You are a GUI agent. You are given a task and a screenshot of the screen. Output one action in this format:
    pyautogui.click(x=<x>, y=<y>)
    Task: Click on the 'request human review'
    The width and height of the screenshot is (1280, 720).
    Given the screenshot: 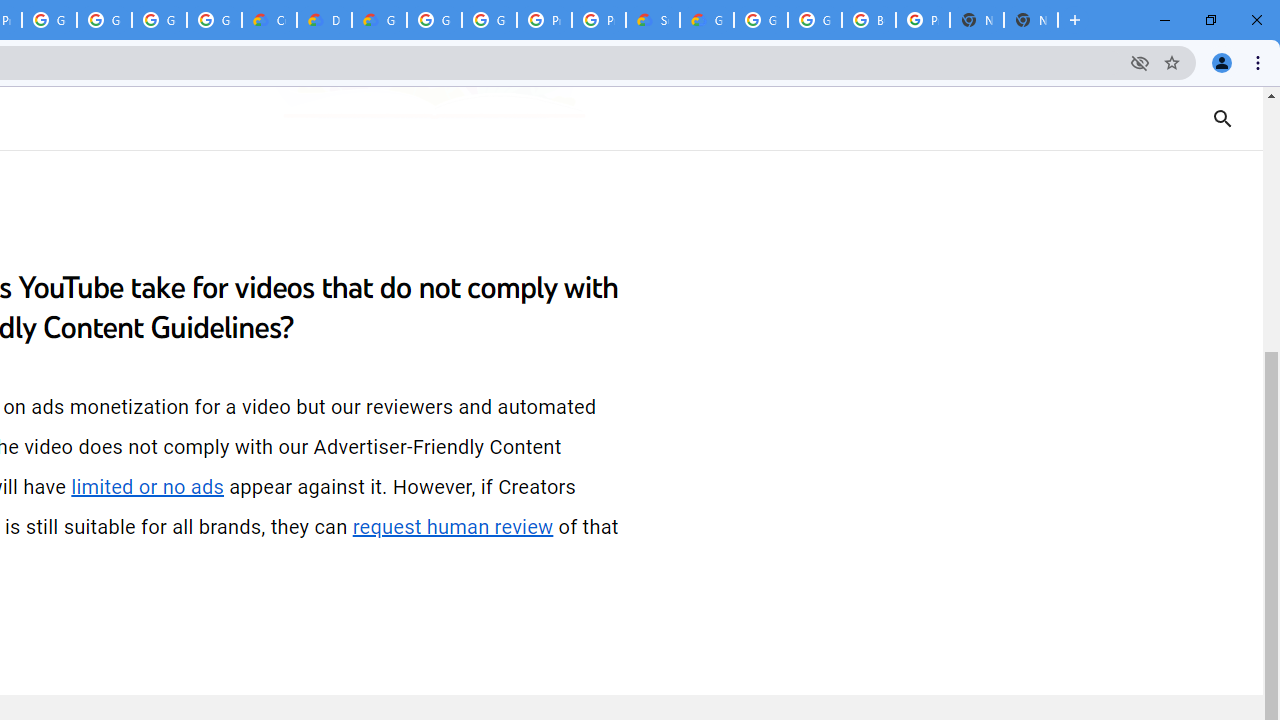 What is the action you would take?
    pyautogui.click(x=452, y=526)
    